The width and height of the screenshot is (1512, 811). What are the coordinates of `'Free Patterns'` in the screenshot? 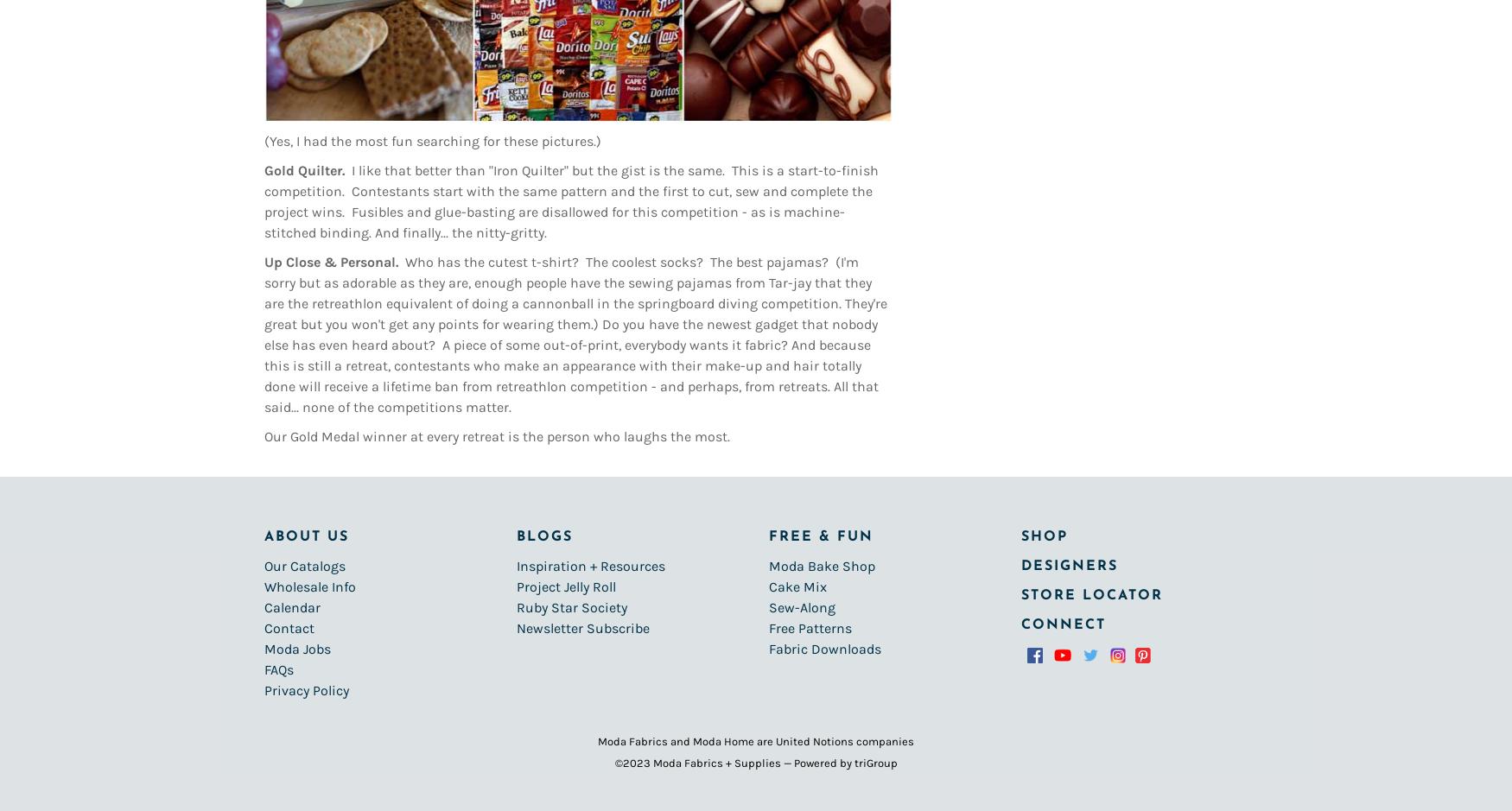 It's located at (810, 628).